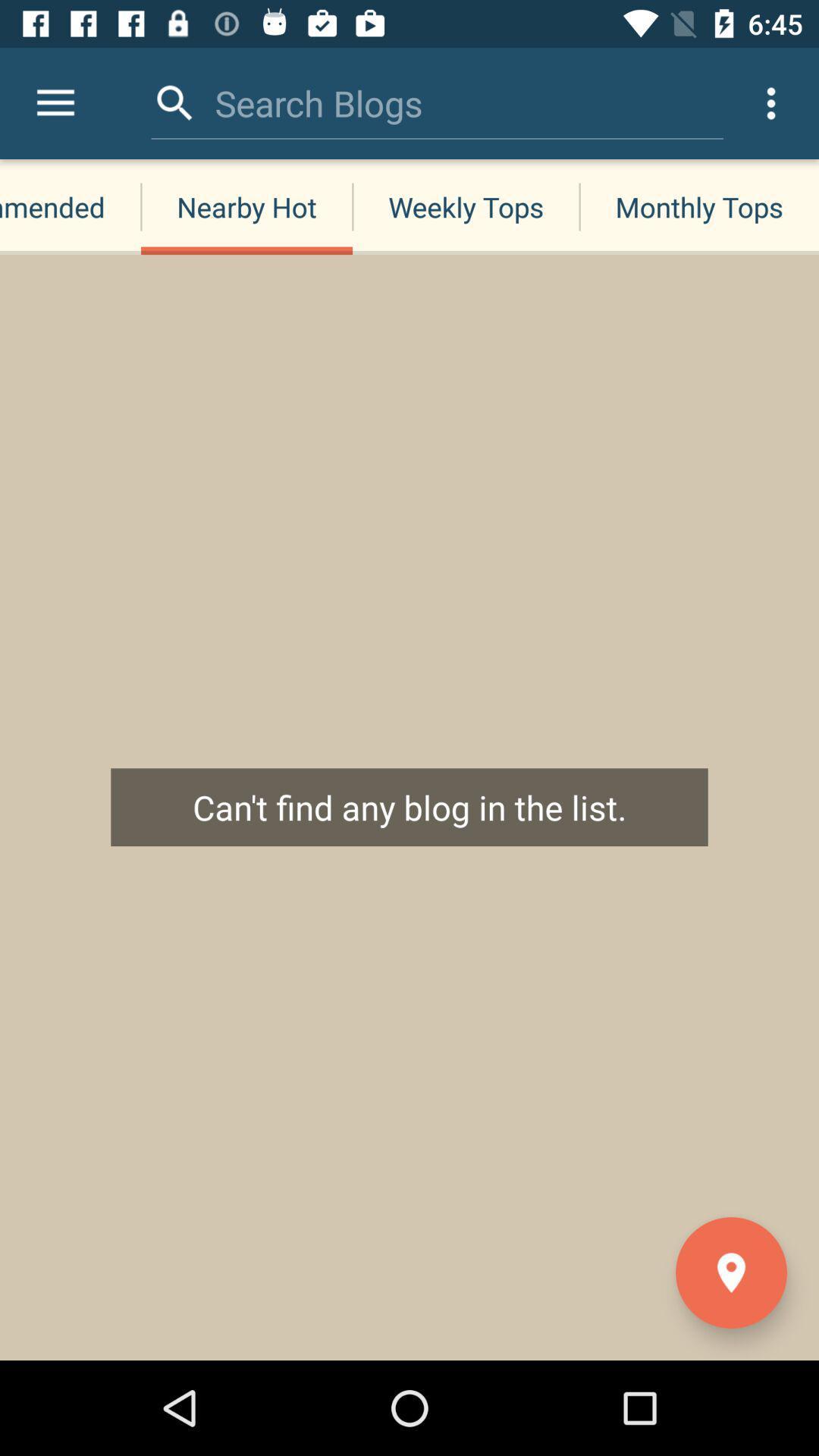 This screenshot has width=819, height=1456. What do you see at coordinates (318, 102) in the screenshot?
I see `the search blogs` at bounding box center [318, 102].